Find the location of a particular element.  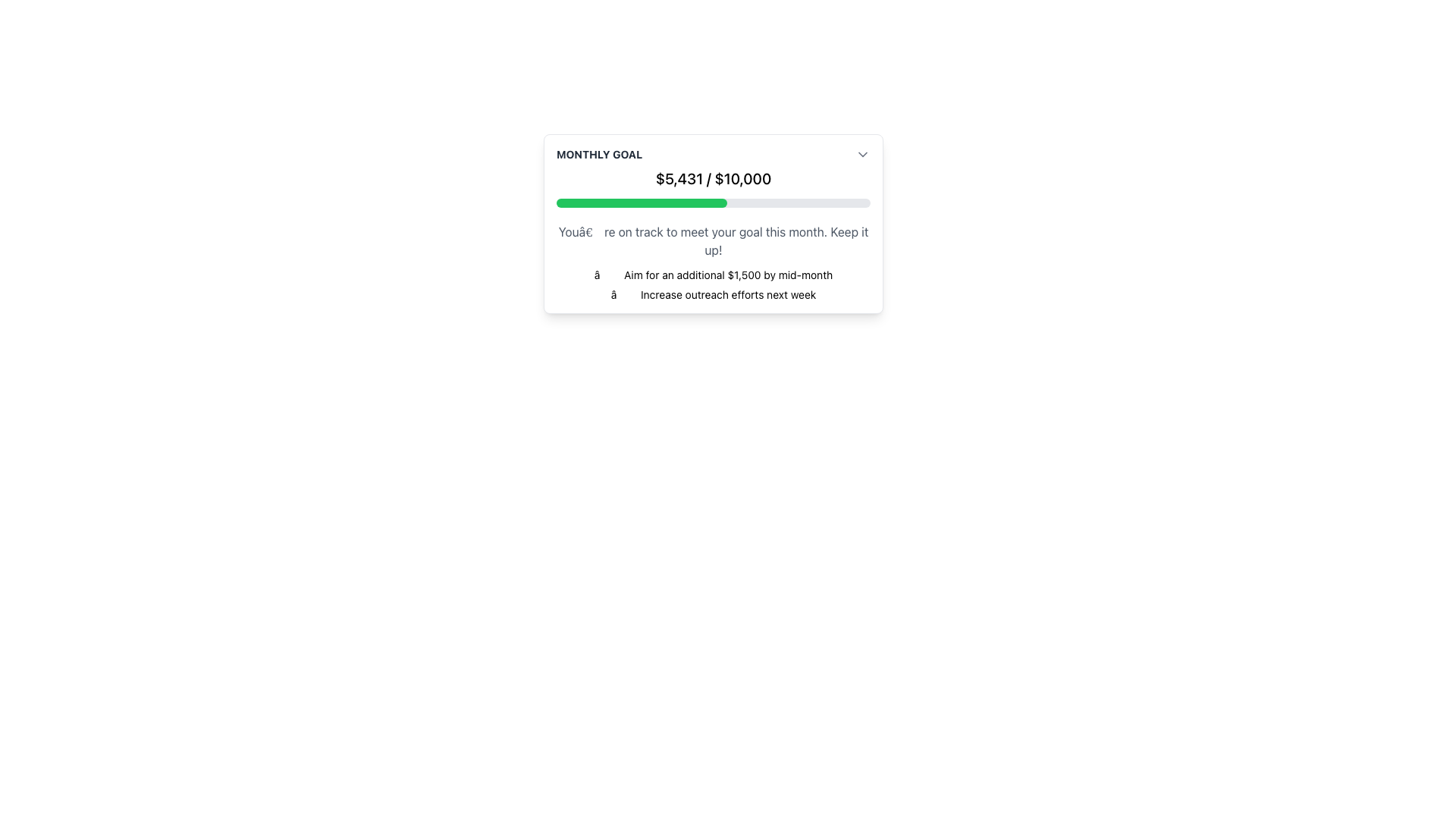

the interactive elements within the 'Monthly Goal' card, which features a white background, rounded corners, and a progress bar is located at coordinates (712, 223).